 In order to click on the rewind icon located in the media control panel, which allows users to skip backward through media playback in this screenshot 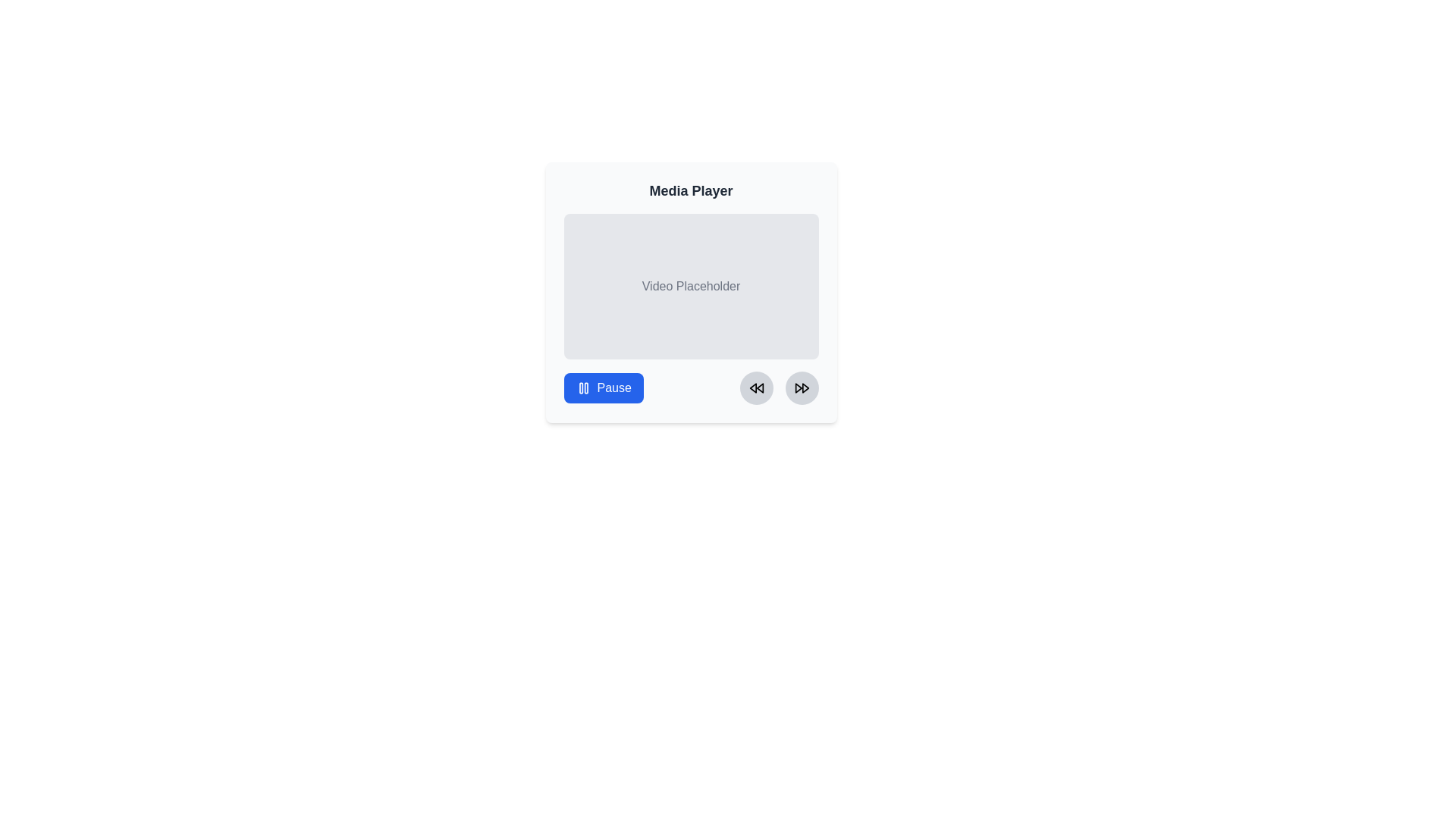, I will do `click(752, 388)`.